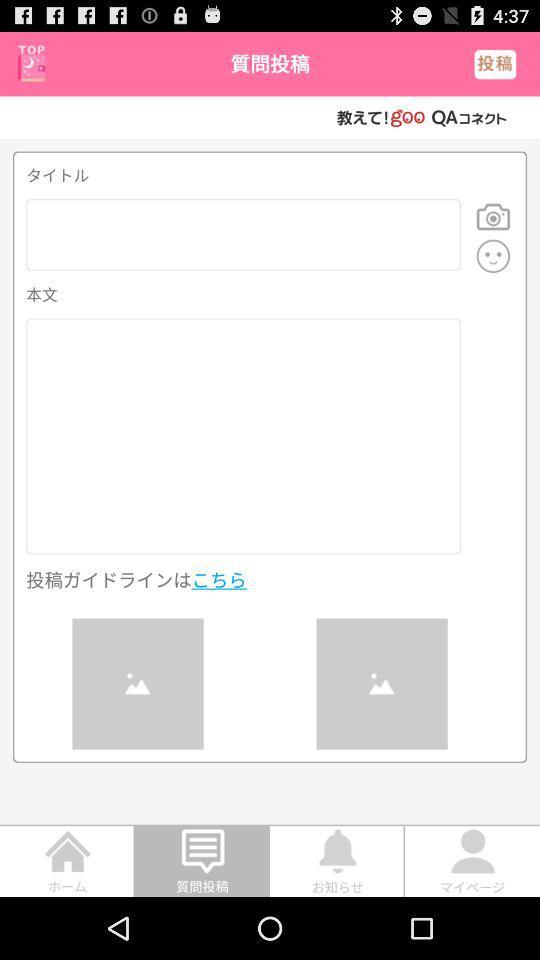 The image size is (540, 960). What do you see at coordinates (492, 273) in the screenshot?
I see `the emoji icon` at bounding box center [492, 273].